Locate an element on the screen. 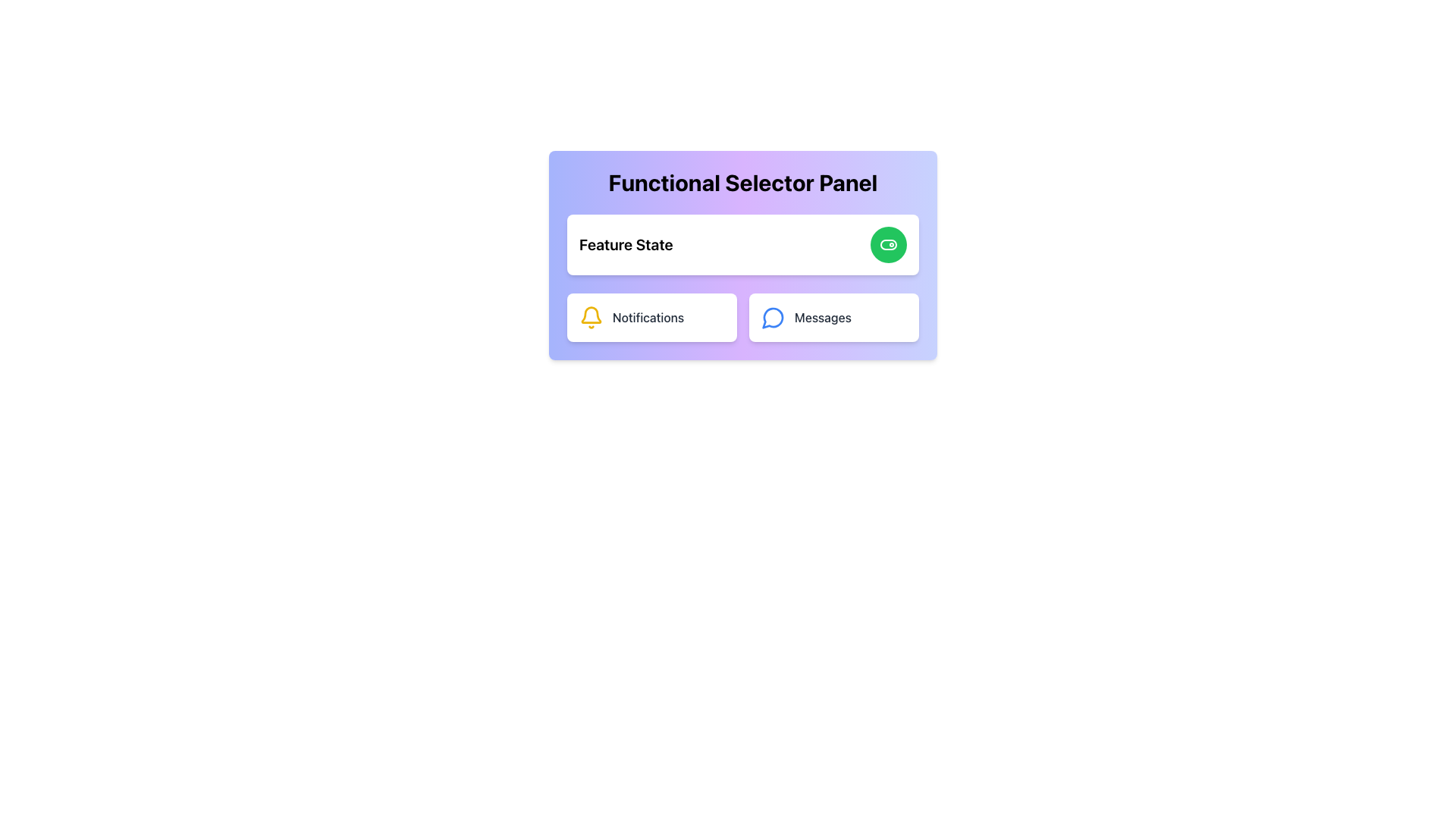 Image resolution: width=1456 pixels, height=819 pixels. the Text Label that serves as a heading for the adjacent green circular button, providing context about its functionality is located at coordinates (626, 244).